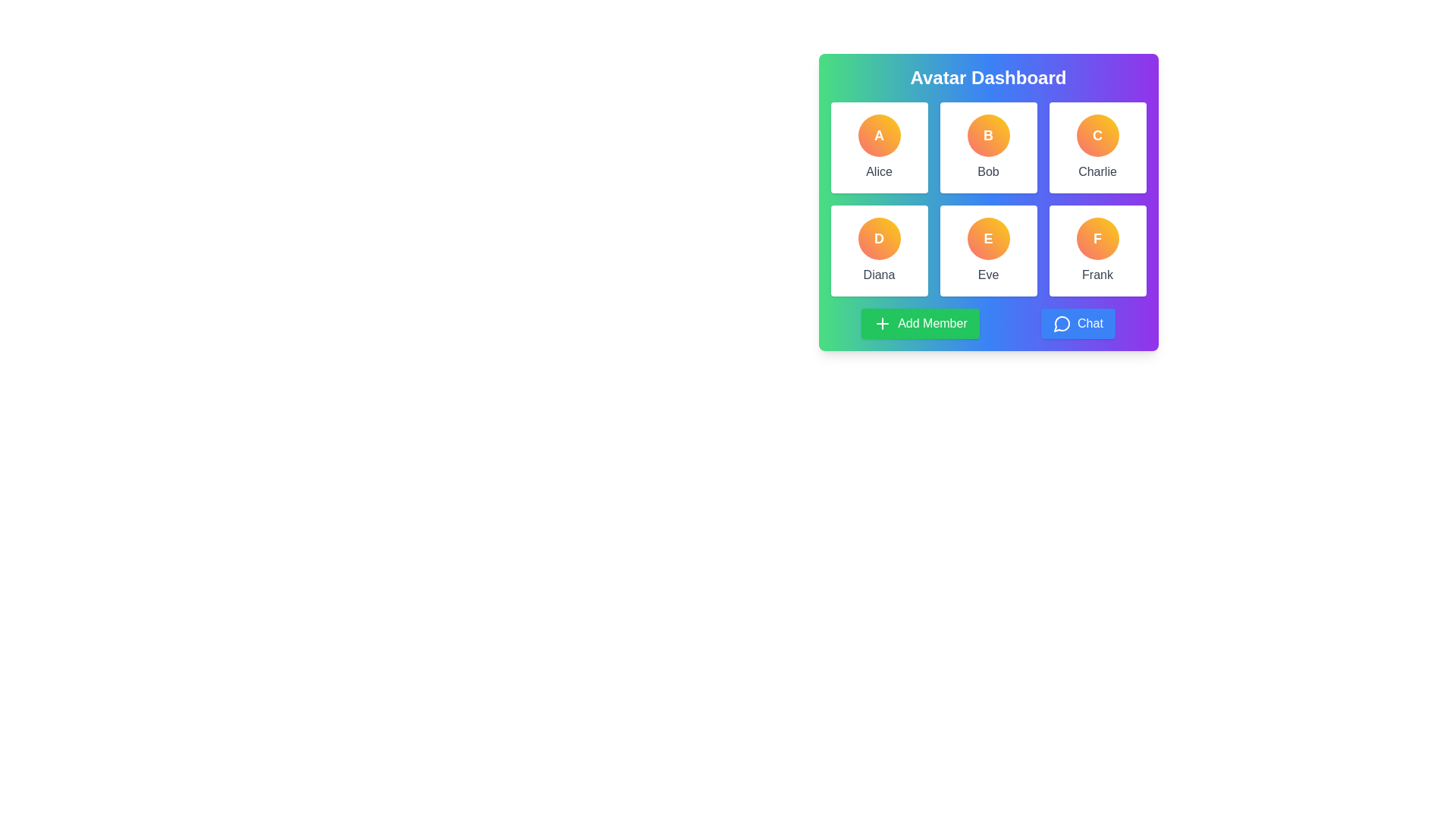 This screenshot has height=819, width=1456. Describe the element at coordinates (1097, 239) in the screenshot. I see `on the avatar representing the user 'Frank' identified by the initial 'F' located in the bottom-right corner of the card interface` at that location.